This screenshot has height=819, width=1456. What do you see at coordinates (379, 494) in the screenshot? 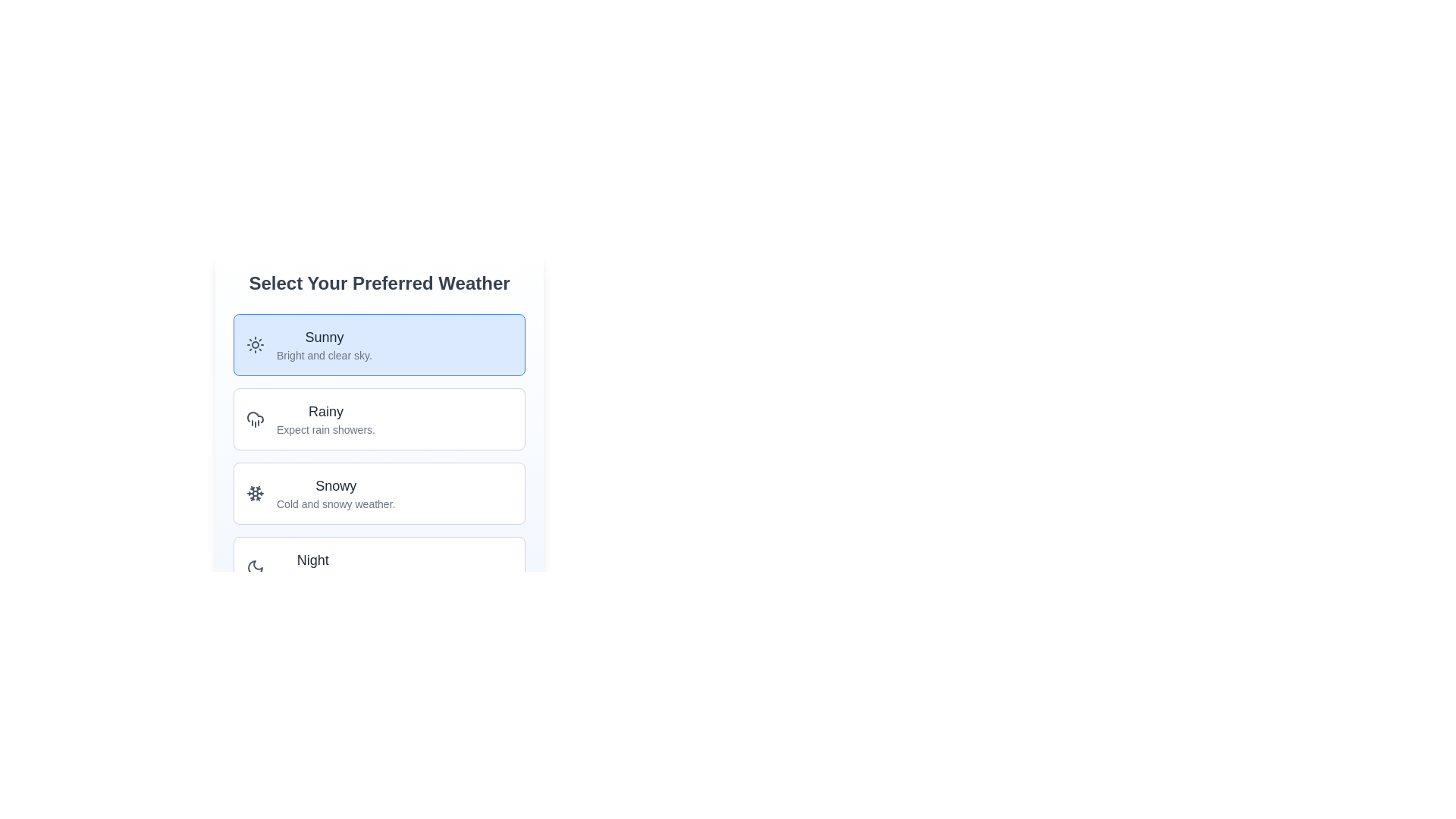
I see `text content of the selectable option block titled 'Snowy', which includes the subtitle 'Cold and snowy weather.'` at bounding box center [379, 494].